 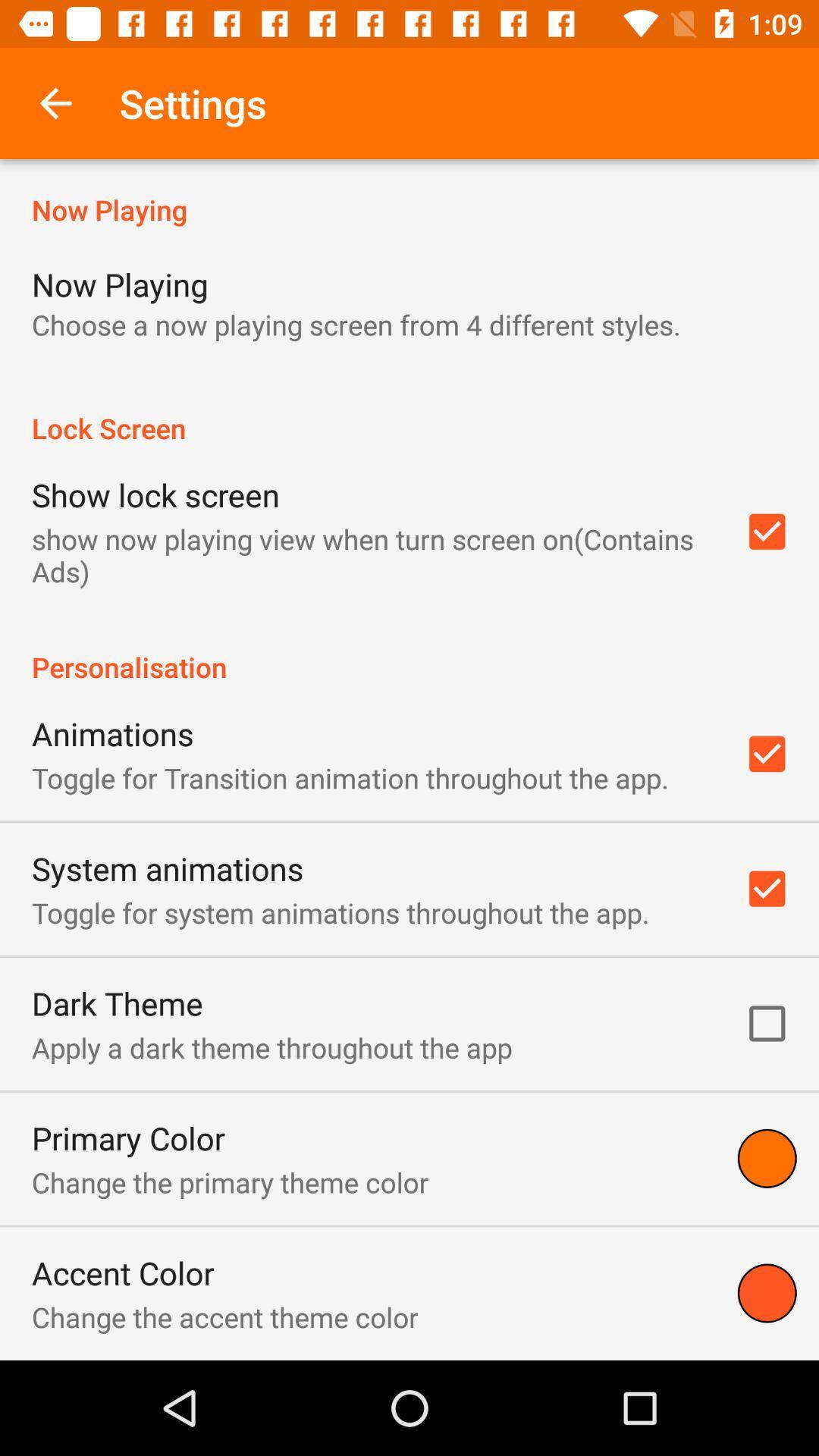 I want to click on icon to the left of settings icon, so click(x=55, y=102).